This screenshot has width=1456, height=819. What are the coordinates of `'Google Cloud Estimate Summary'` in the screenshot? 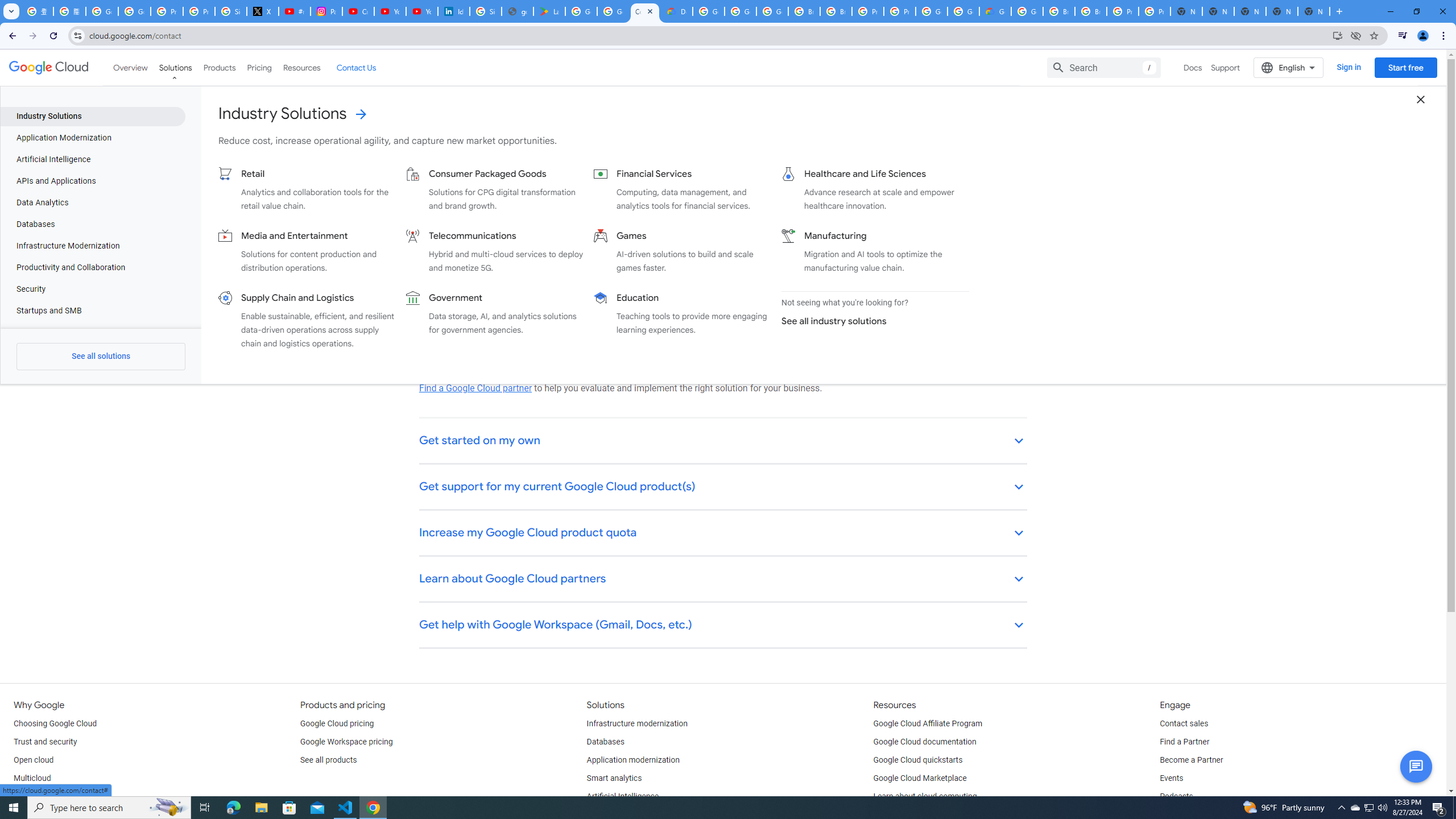 It's located at (994, 11).